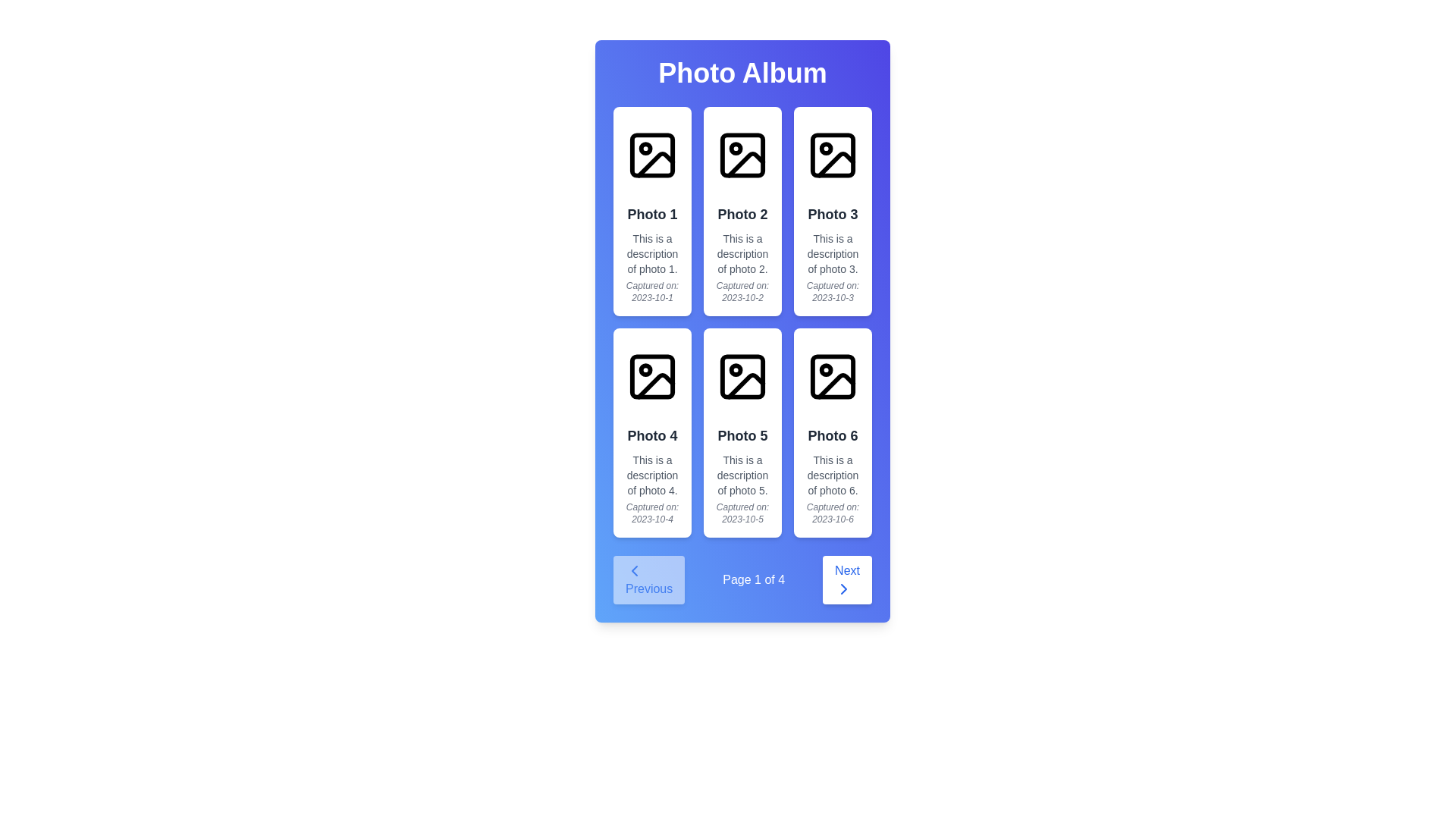 Image resolution: width=1456 pixels, height=819 pixels. Describe the element at coordinates (742, 211) in the screenshot. I see `the second card component in the grid layout displaying 'Photo 2', which has a white background, rounded corners, and contains an image icon, bold title, descriptive text, and capture date` at that location.